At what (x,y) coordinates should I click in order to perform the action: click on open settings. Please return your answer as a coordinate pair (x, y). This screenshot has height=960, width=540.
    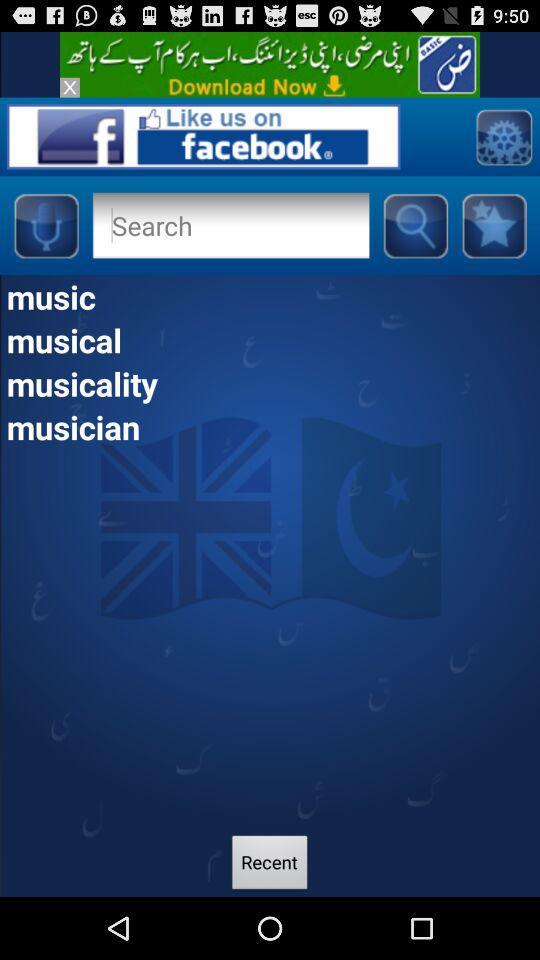
    Looking at the image, I should click on (502, 135).